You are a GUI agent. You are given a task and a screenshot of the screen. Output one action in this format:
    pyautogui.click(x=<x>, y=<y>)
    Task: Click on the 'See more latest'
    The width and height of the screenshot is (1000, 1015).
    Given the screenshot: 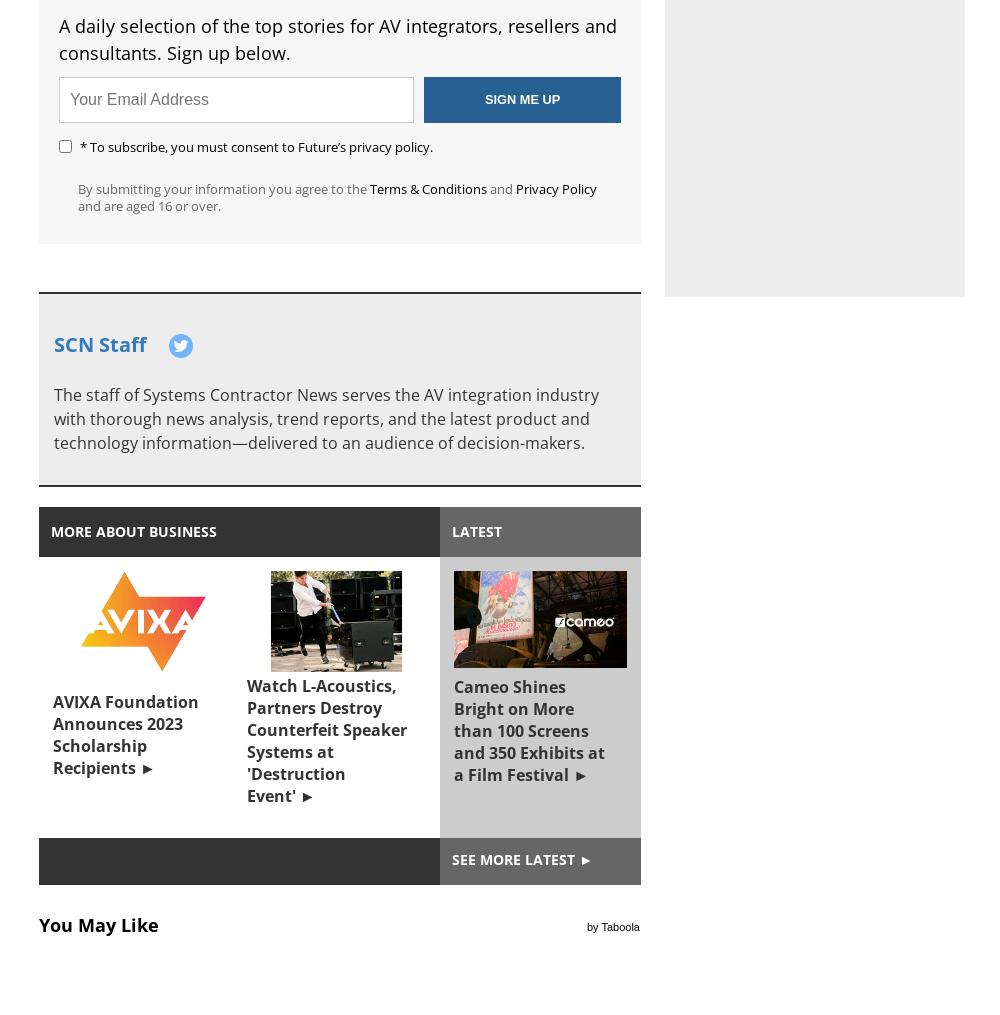 What is the action you would take?
    pyautogui.click(x=513, y=859)
    